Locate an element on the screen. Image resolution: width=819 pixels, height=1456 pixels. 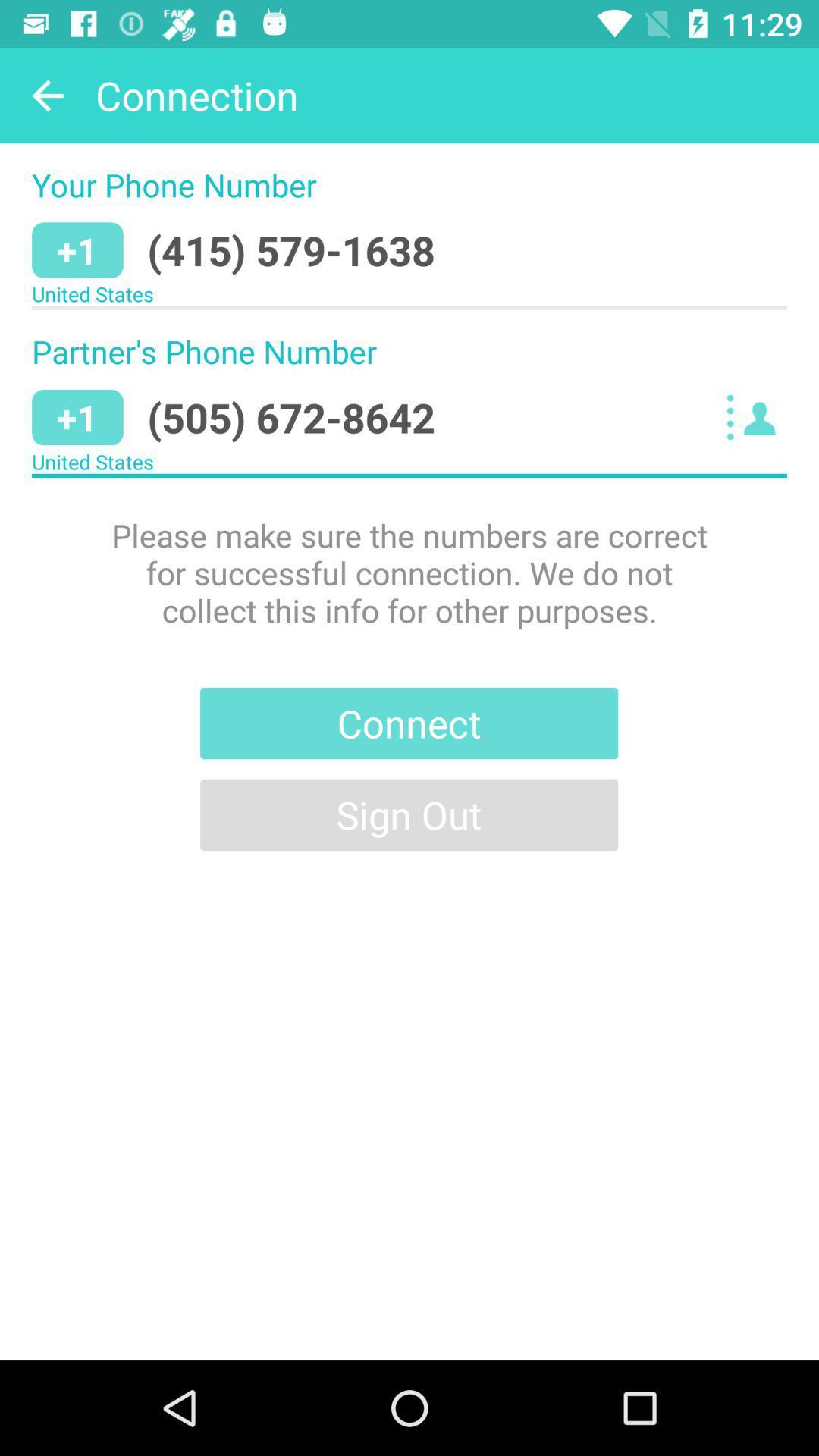
item next to the (505) 672-8642 item is located at coordinates (755, 417).